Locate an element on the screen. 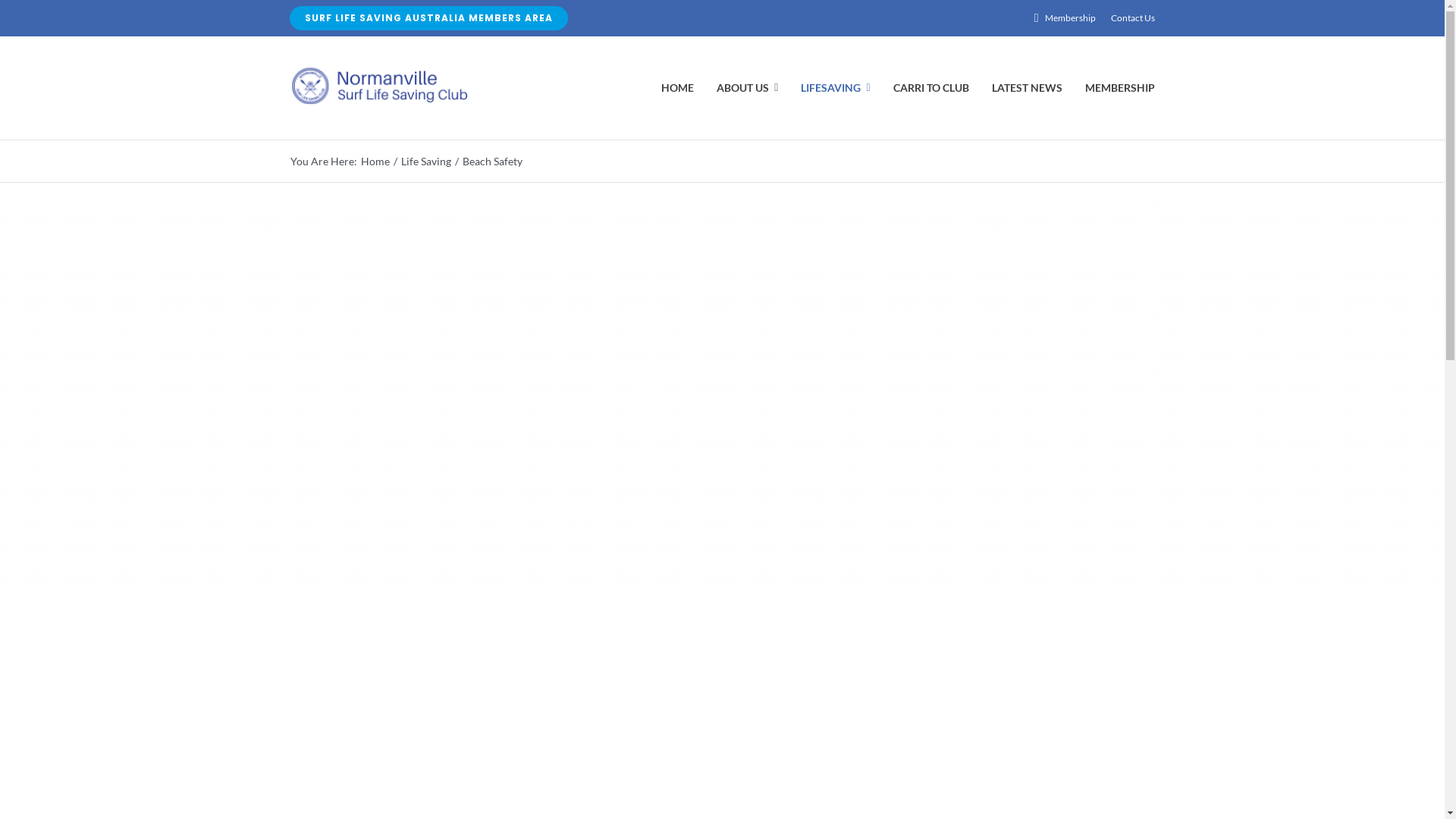 The width and height of the screenshot is (1456, 819). 'ABOUT US' is located at coordinates (747, 87).